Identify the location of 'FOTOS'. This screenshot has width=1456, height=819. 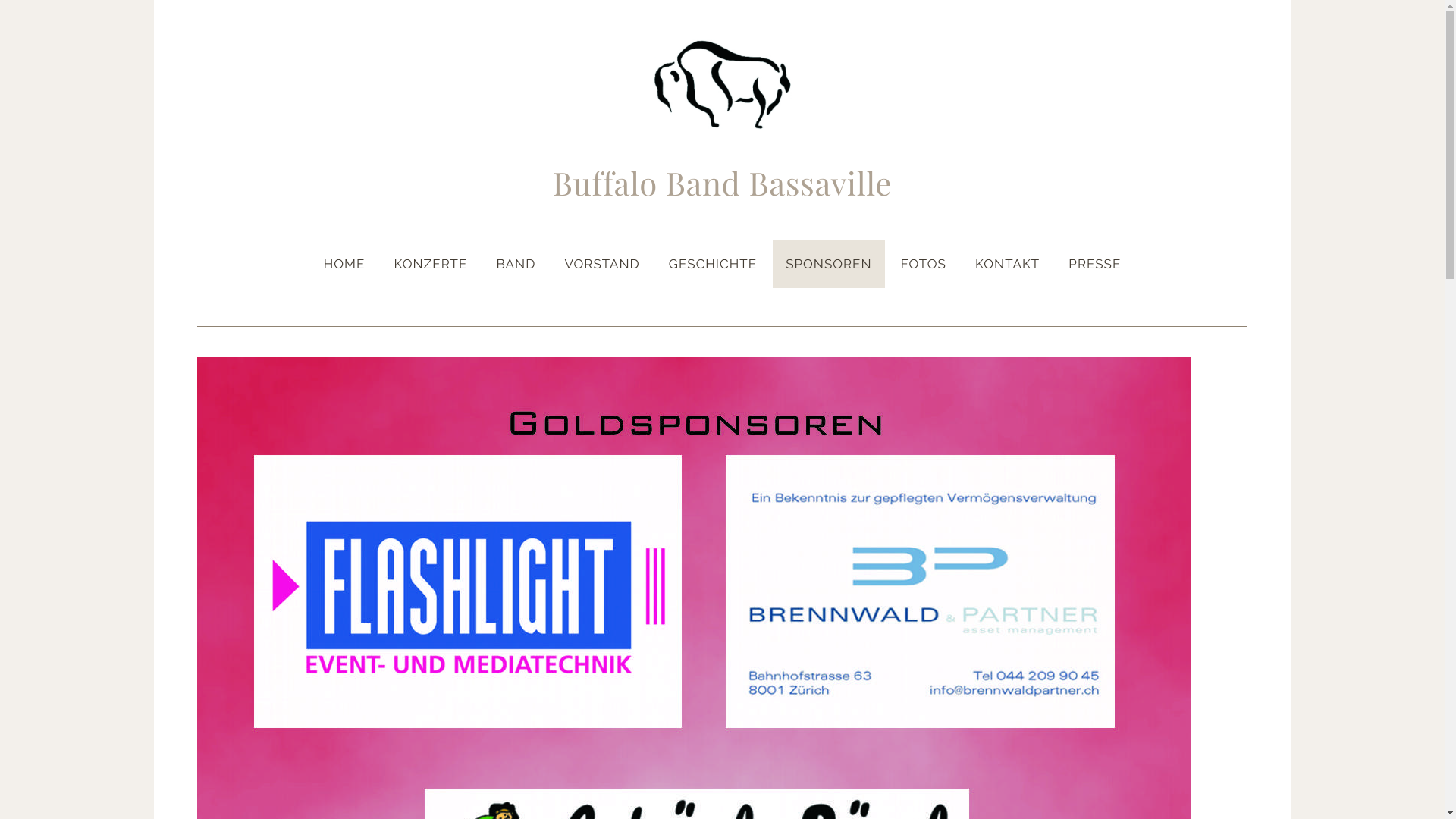
(888, 262).